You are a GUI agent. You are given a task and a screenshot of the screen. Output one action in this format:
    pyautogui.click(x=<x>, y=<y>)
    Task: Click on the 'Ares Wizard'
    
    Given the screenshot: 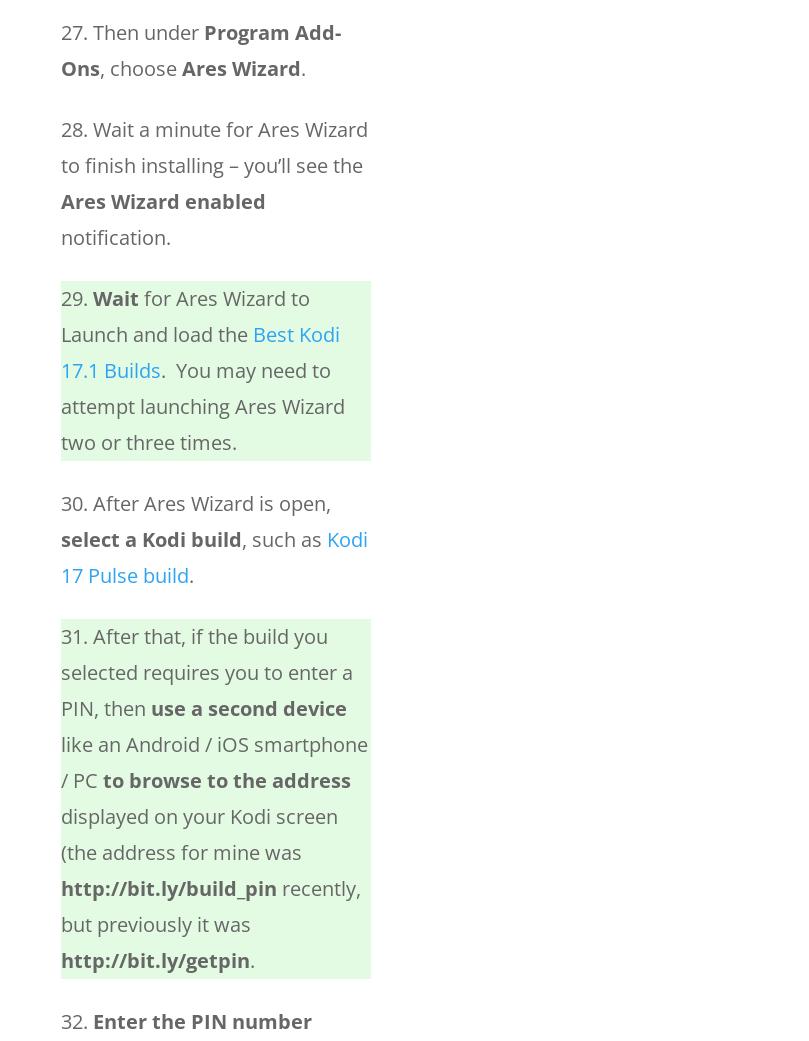 What is the action you would take?
    pyautogui.click(x=240, y=67)
    